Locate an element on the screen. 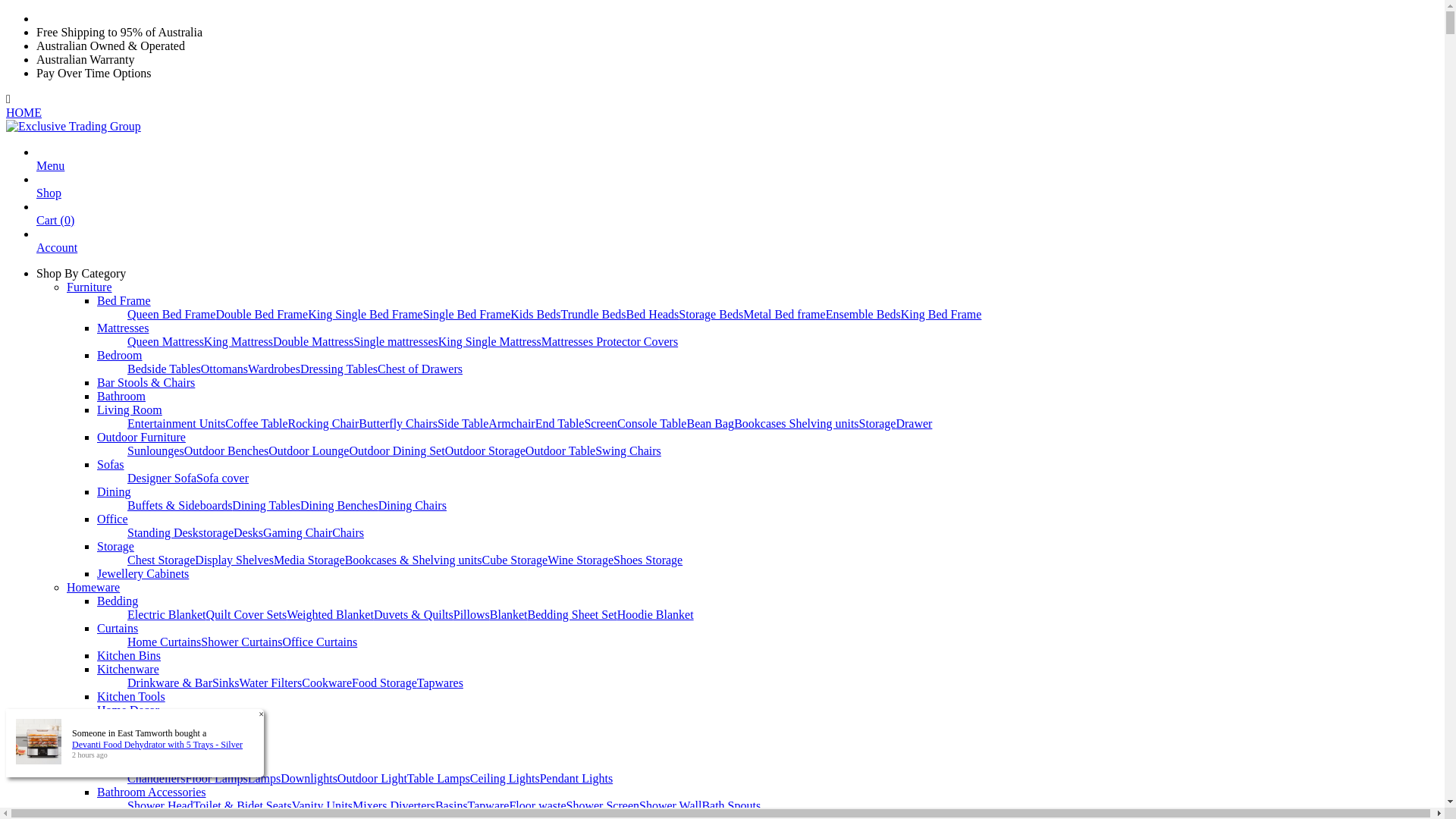  'Outdoor Lounge' is located at coordinates (308, 450).